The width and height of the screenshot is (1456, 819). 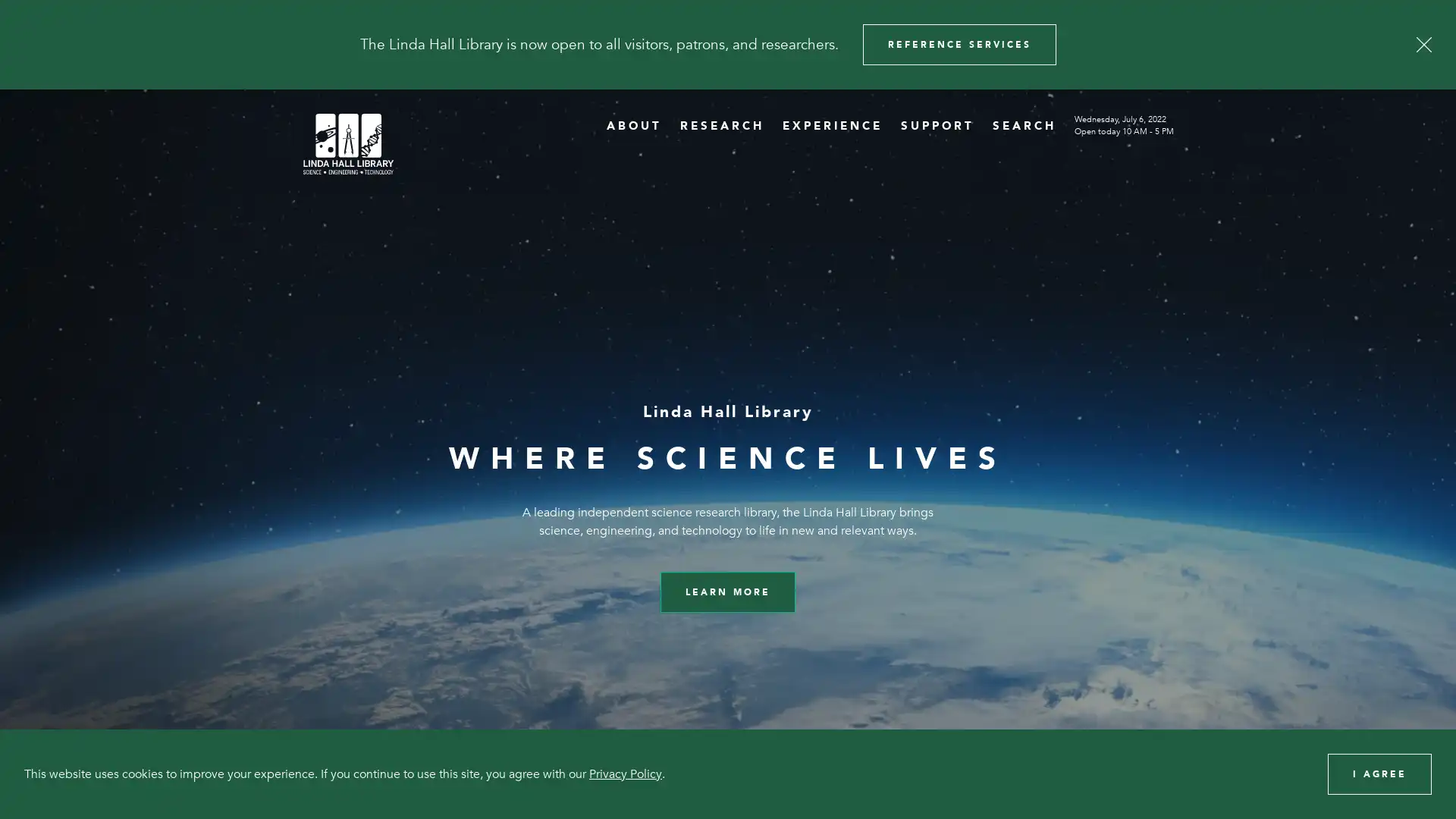 I want to click on ABOUT, so click(x=634, y=124).